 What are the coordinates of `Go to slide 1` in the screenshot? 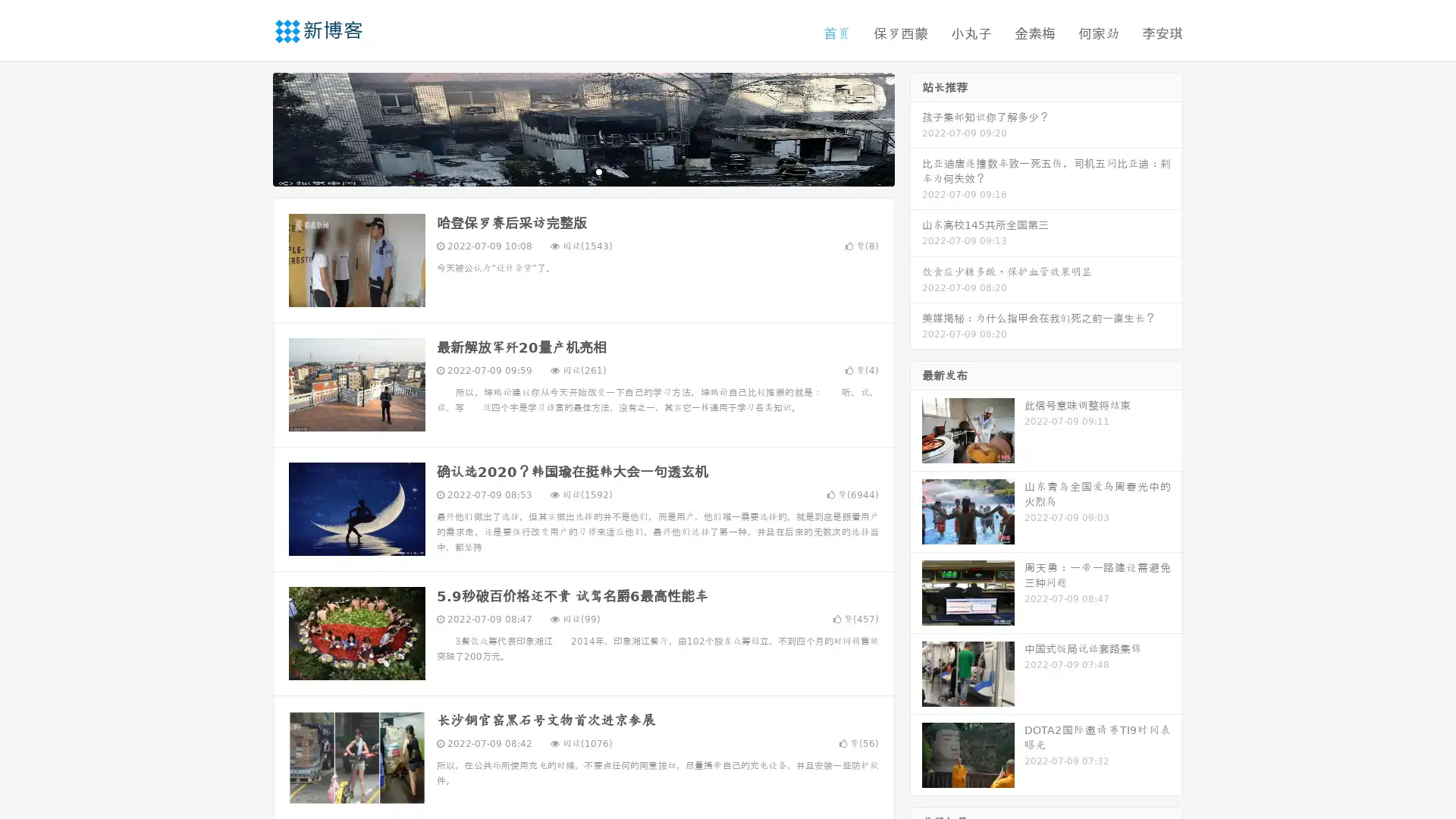 It's located at (567, 171).